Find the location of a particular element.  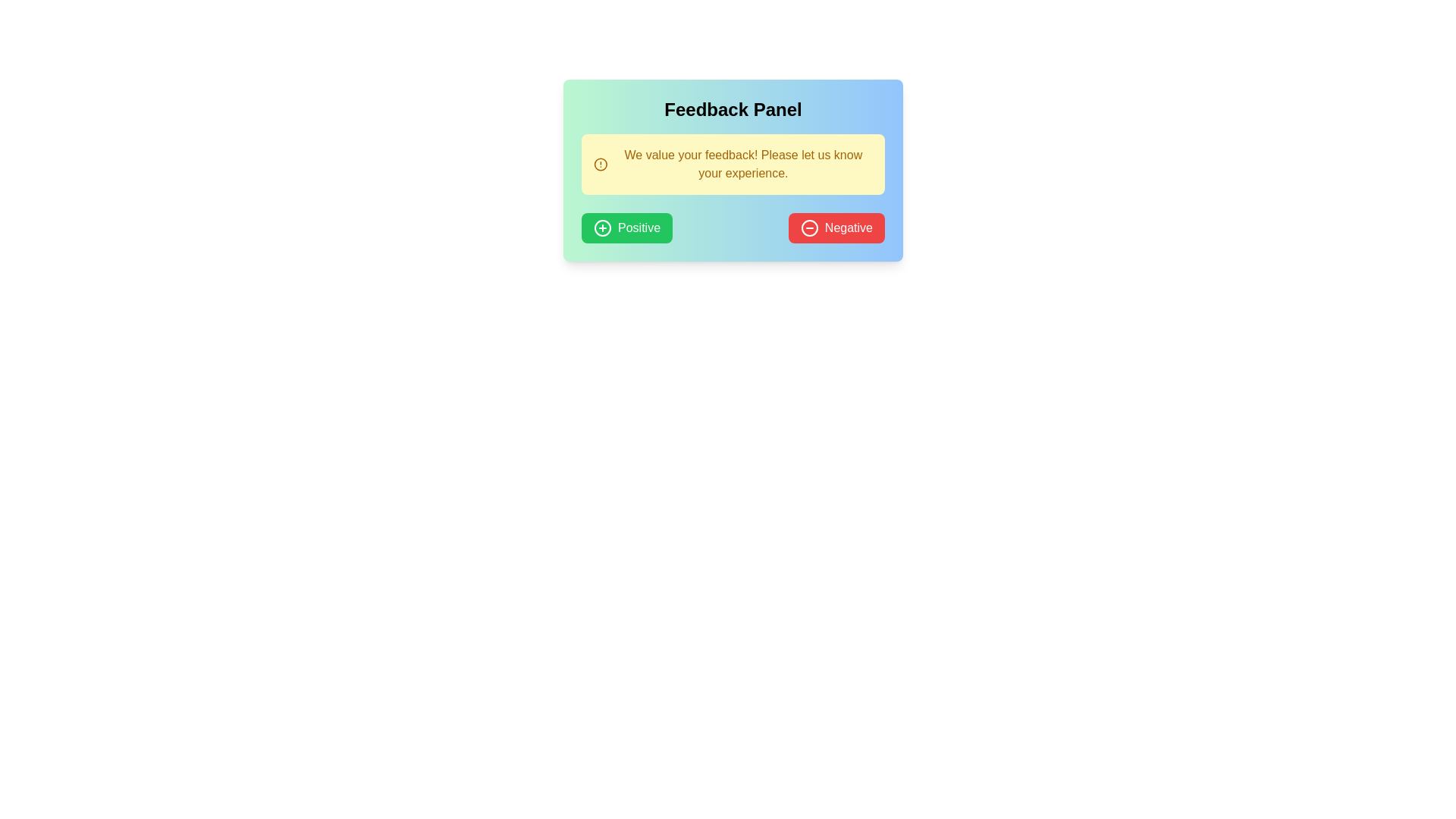

the circular red icon with a minus symbol located within the 'Negative' button at the bottom right of the 'Feedback Panel' is located at coordinates (808, 227).